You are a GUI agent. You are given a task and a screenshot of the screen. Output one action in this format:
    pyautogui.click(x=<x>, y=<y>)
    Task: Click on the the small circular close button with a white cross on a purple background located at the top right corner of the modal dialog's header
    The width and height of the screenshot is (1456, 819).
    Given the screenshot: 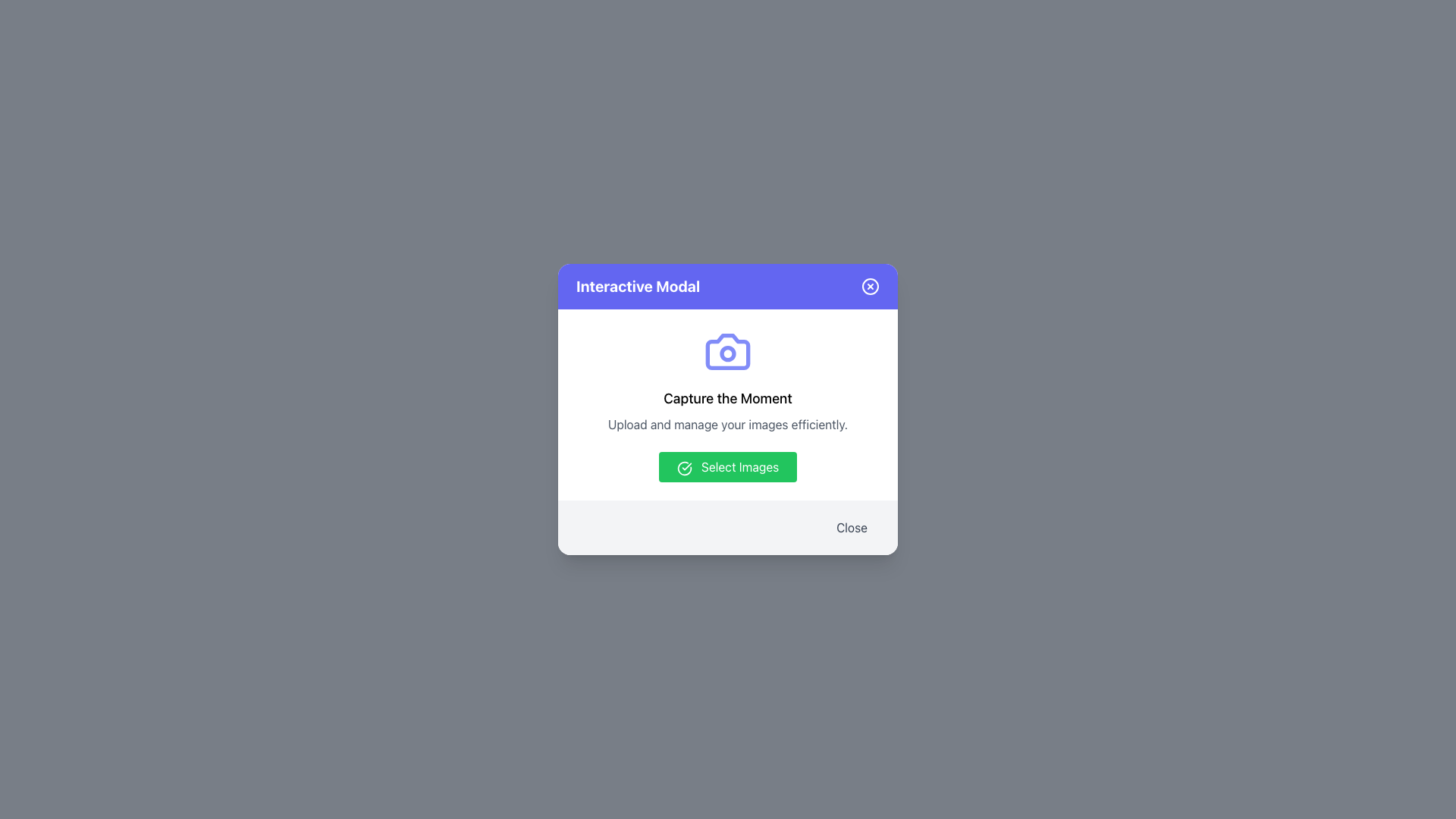 What is the action you would take?
    pyautogui.click(x=870, y=287)
    